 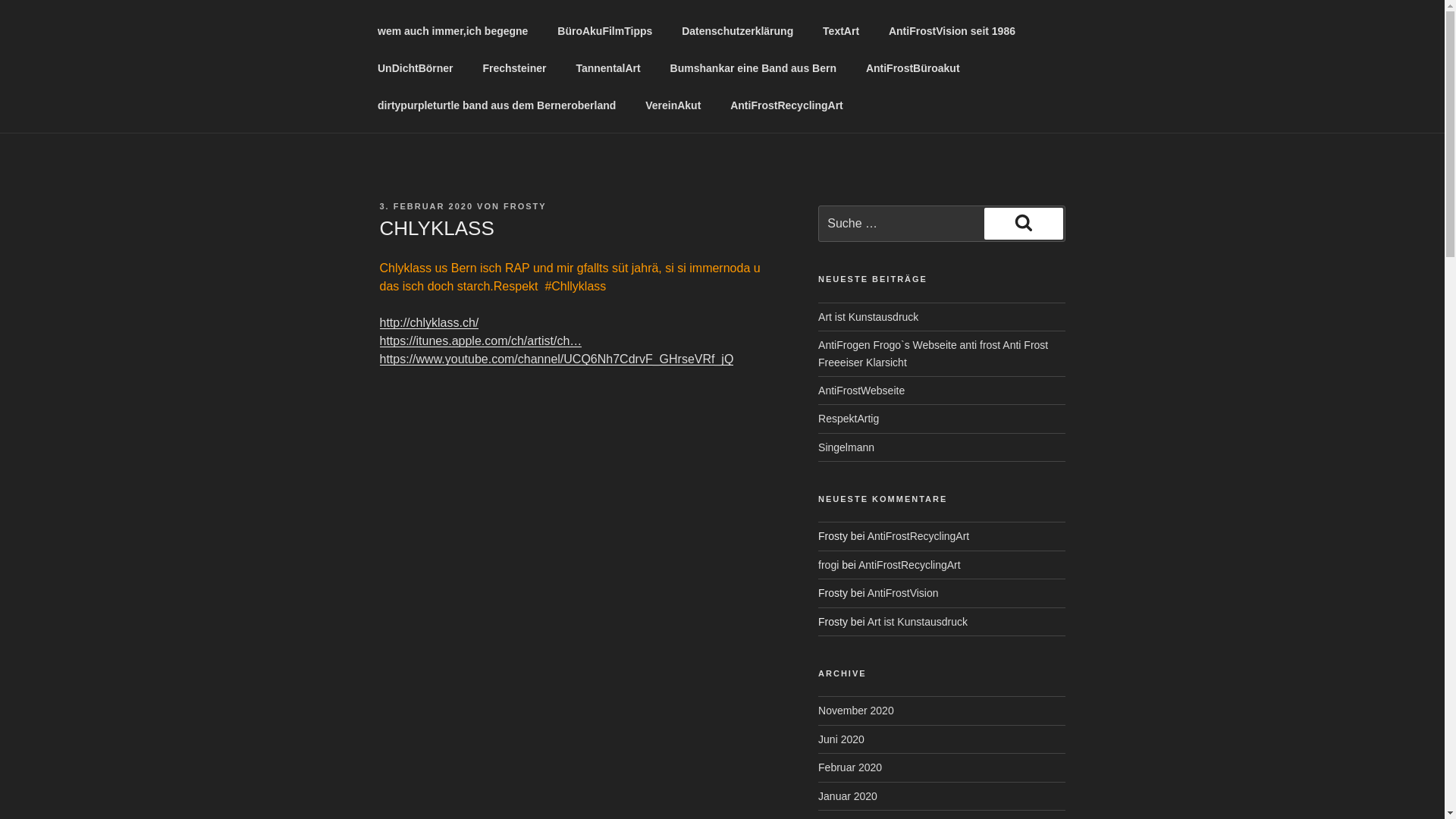 I want to click on '3. FEBRUAR 2020', so click(x=425, y=206).